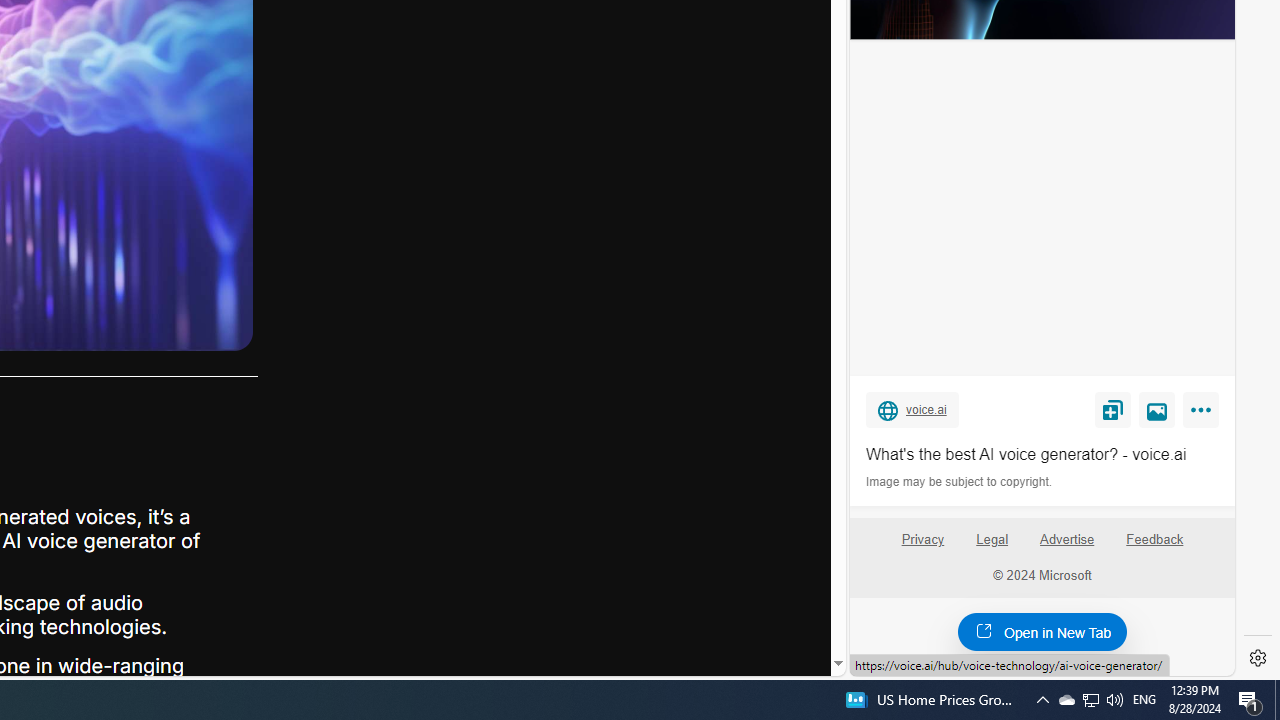 This screenshot has width=1280, height=720. What do you see at coordinates (1257, 658) in the screenshot?
I see `'Settings'` at bounding box center [1257, 658].